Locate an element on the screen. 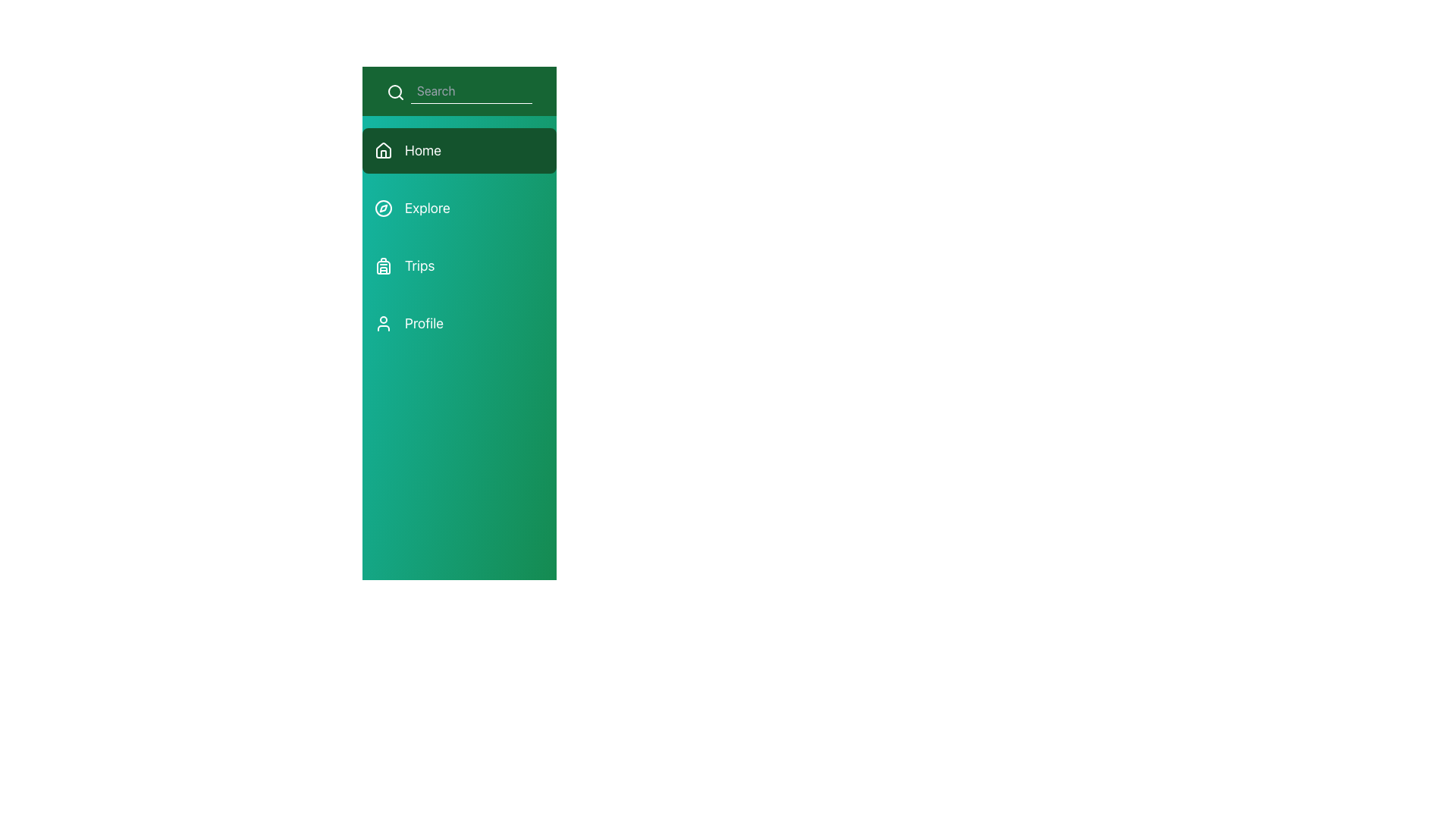 The width and height of the screenshot is (1456, 819). the 'Explore' button, which is the second item in the vertical menu list is located at coordinates (458, 237).